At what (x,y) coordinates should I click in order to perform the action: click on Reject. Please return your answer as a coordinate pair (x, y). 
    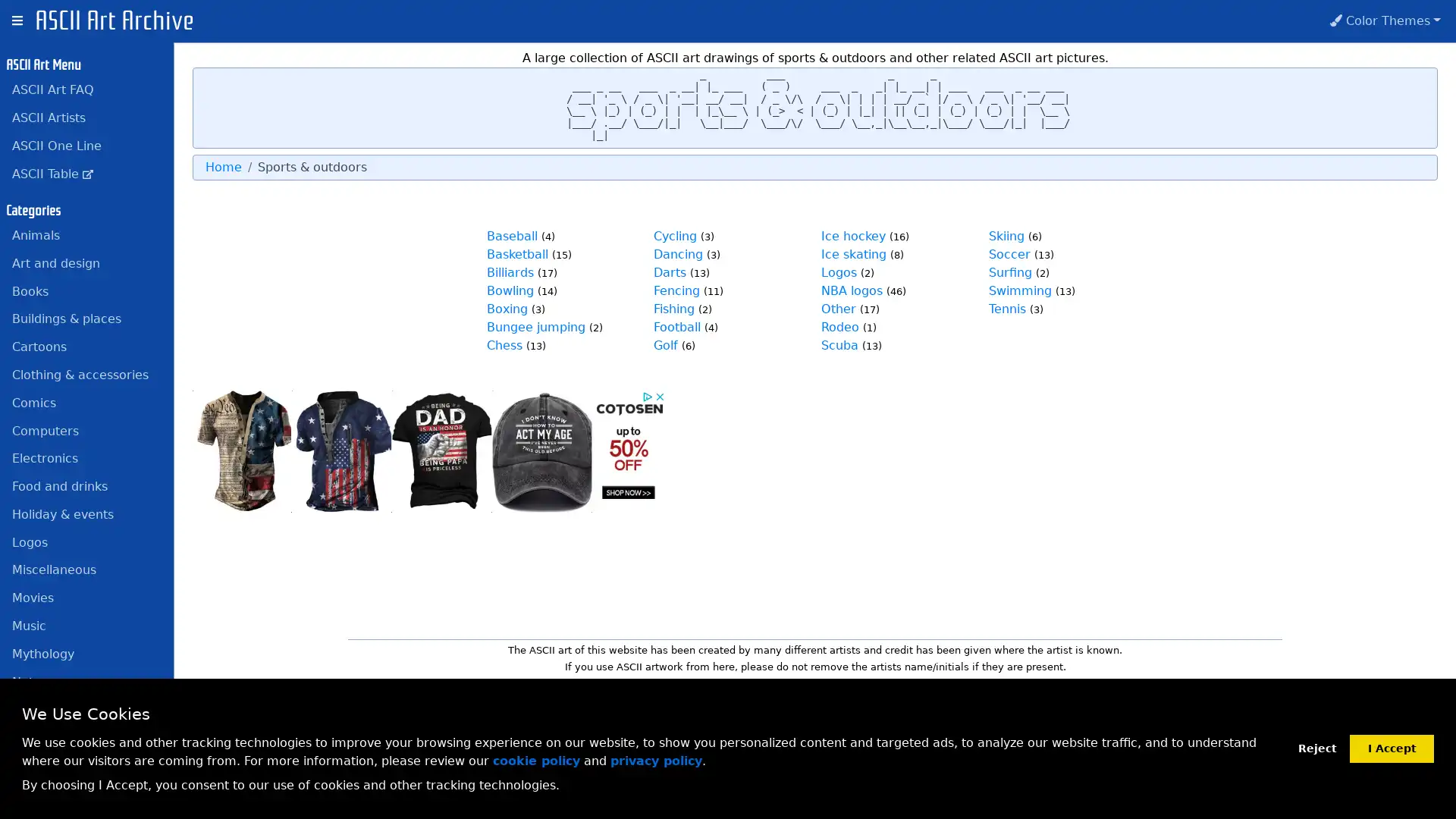
    Looking at the image, I should click on (1316, 748).